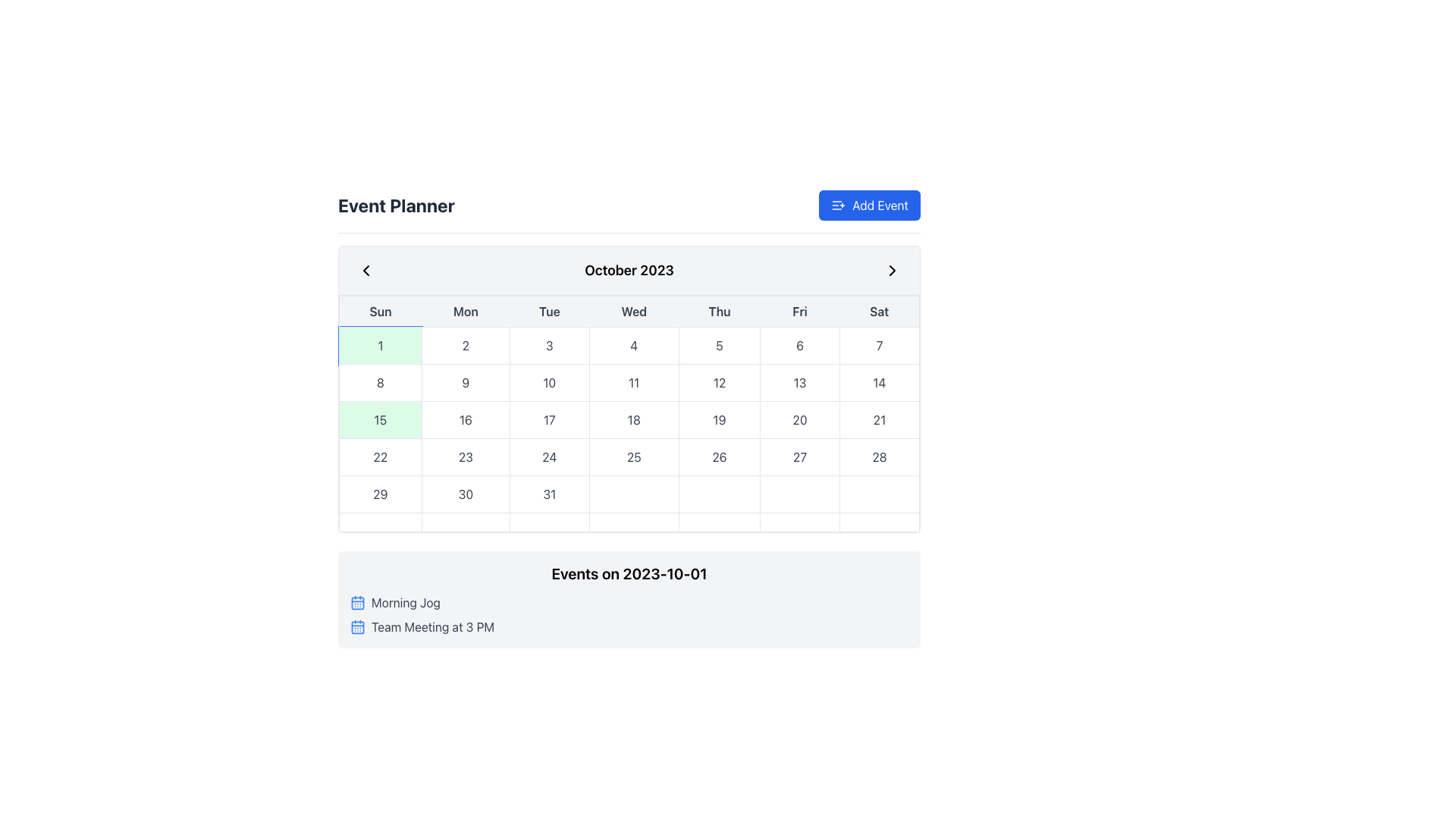 Image resolution: width=1456 pixels, height=819 pixels. I want to click on the date cell representing '24' in the calendar view, so click(548, 456).